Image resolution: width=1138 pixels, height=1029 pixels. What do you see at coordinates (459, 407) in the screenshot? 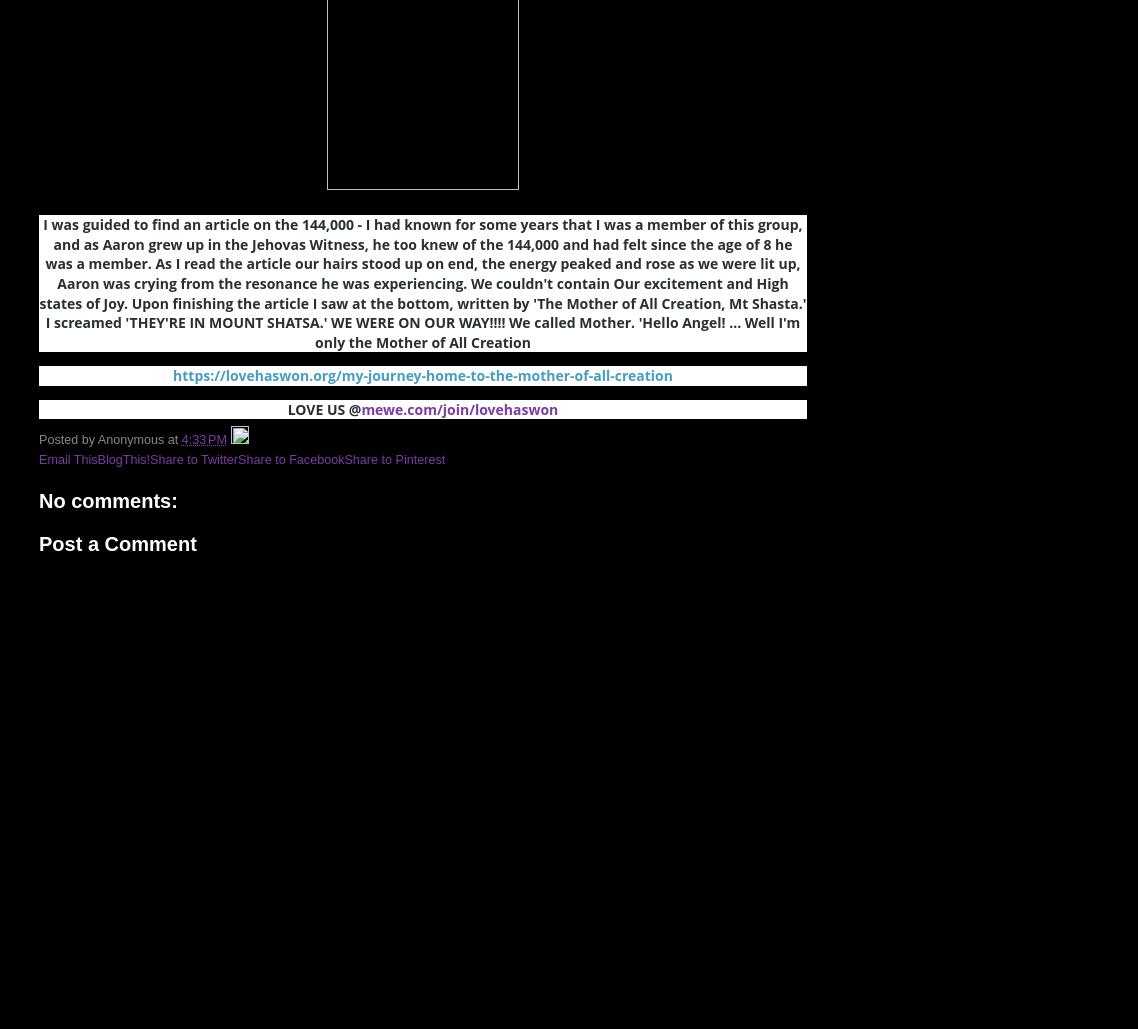
I see `'mewe.com/join/lovehaswon'` at bounding box center [459, 407].